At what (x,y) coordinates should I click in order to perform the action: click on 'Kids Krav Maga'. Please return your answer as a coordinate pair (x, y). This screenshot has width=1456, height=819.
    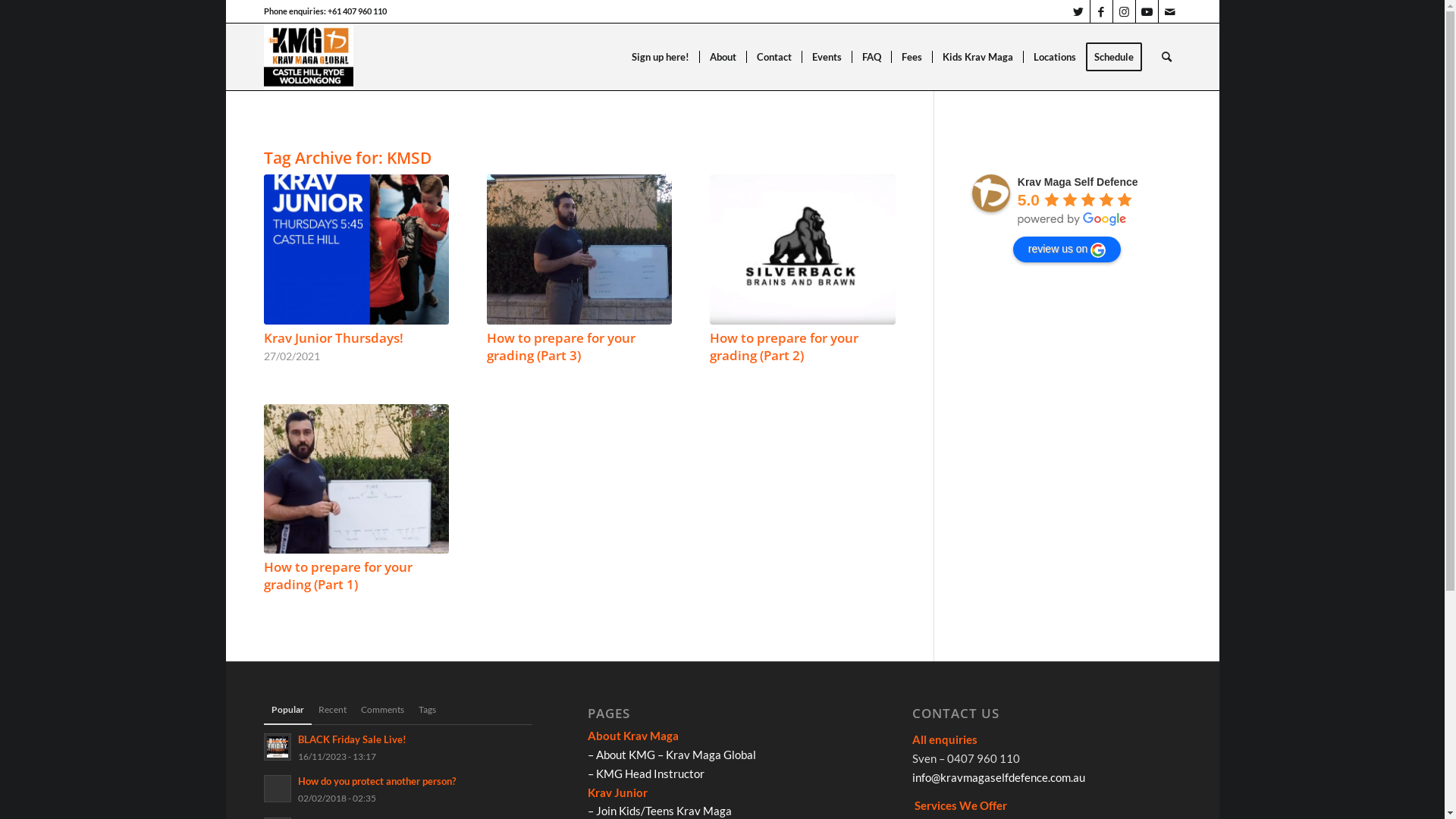
    Looking at the image, I should click on (976, 55).